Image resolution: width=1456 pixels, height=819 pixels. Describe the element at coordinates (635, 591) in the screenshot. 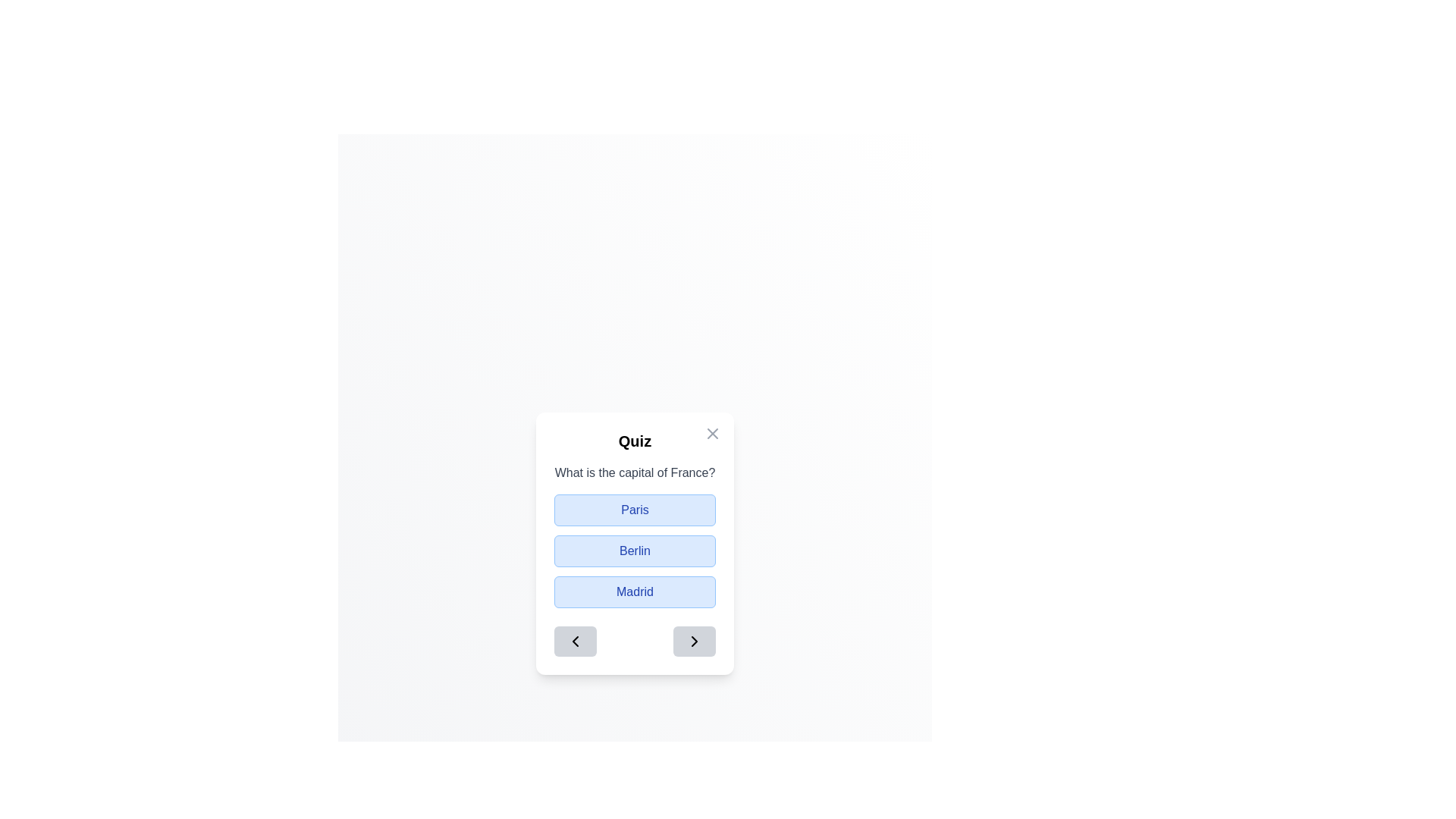

I see `the 'Madrid' button, which is the third button in a vertical list of buttons with a blue background and rounded corners` at that location.